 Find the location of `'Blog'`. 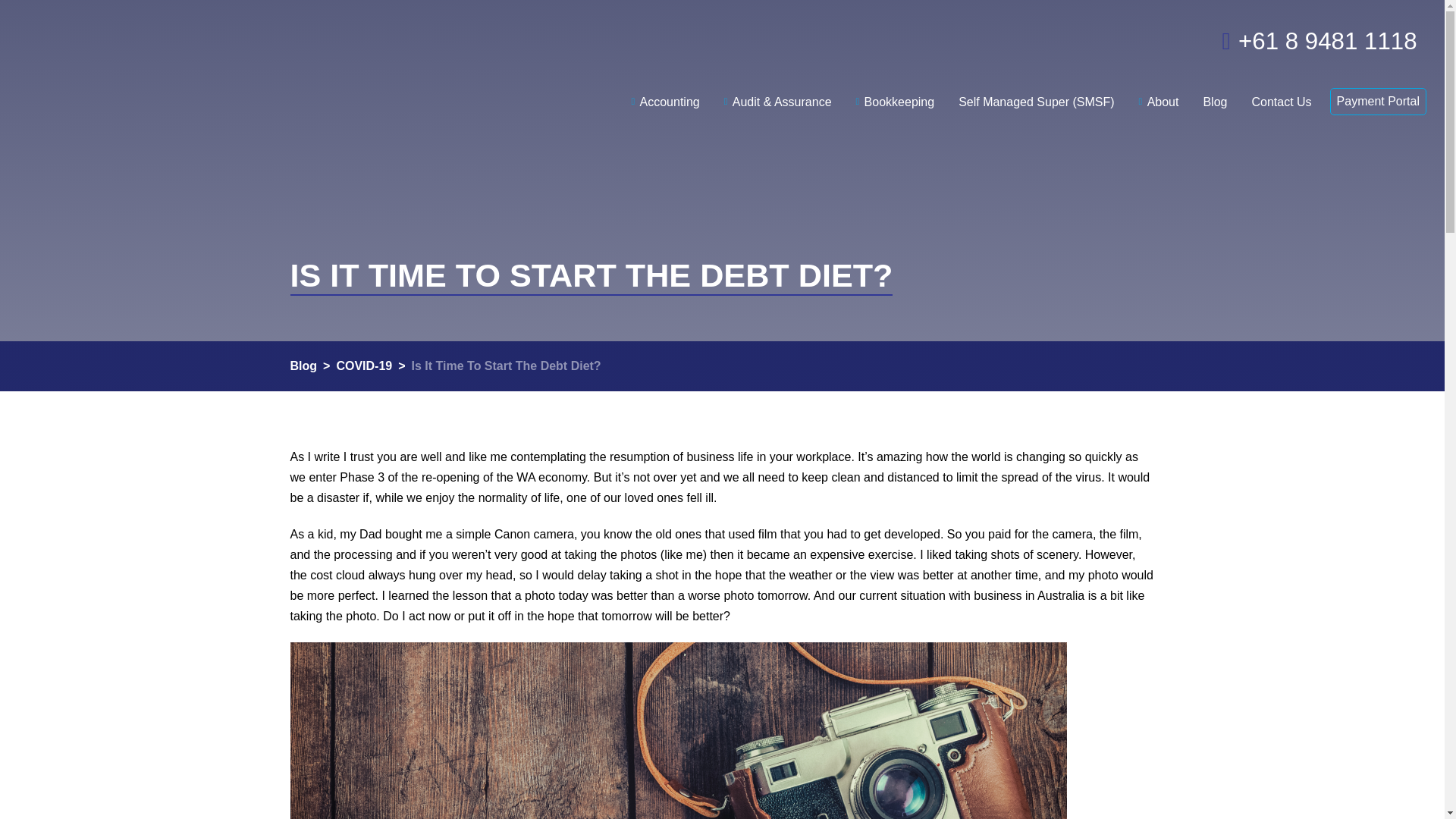

'Blog' is located at coordinates (1215, 90).